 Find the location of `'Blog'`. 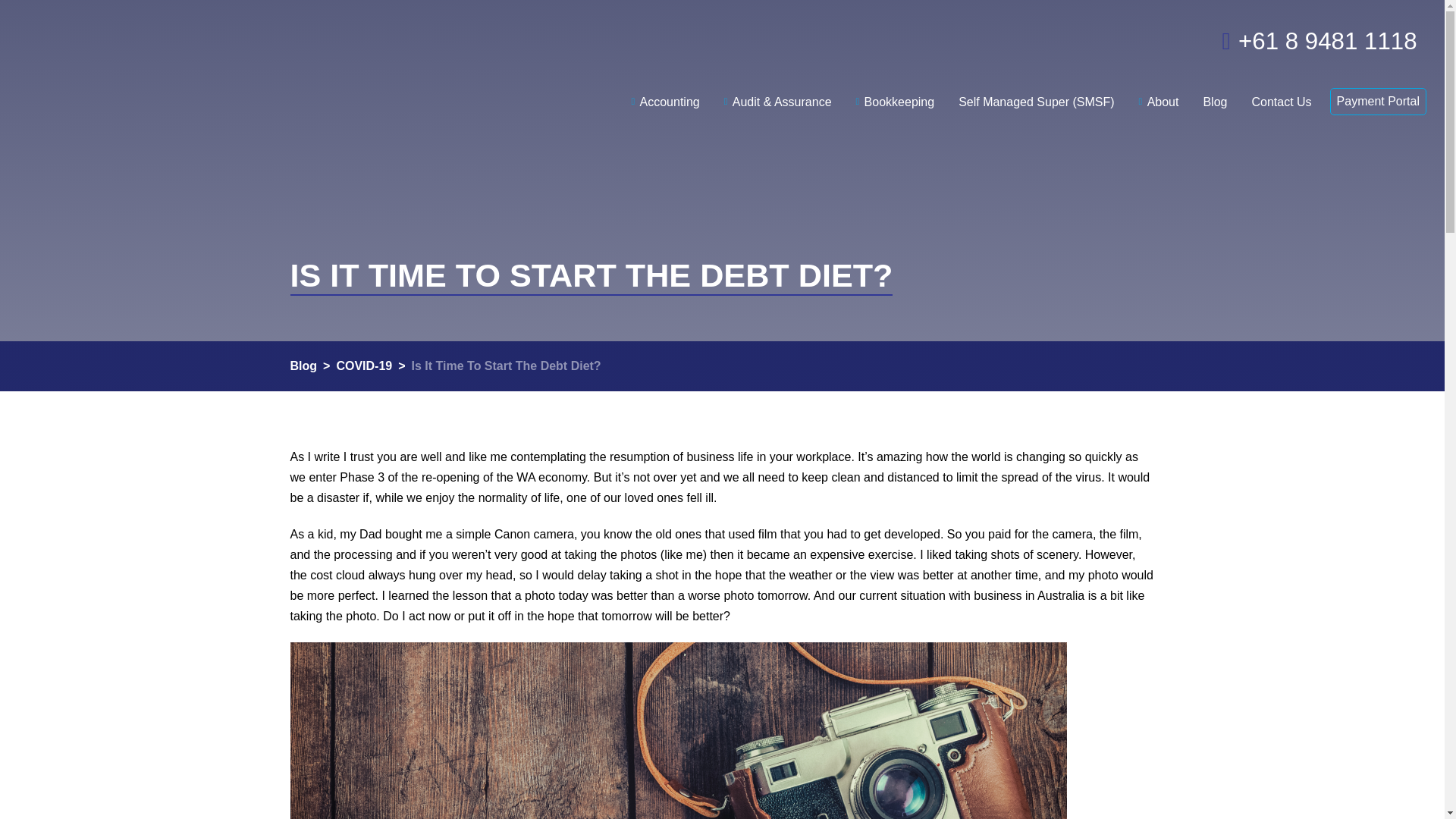

'Blog' is located at coordinates (1215, 90).